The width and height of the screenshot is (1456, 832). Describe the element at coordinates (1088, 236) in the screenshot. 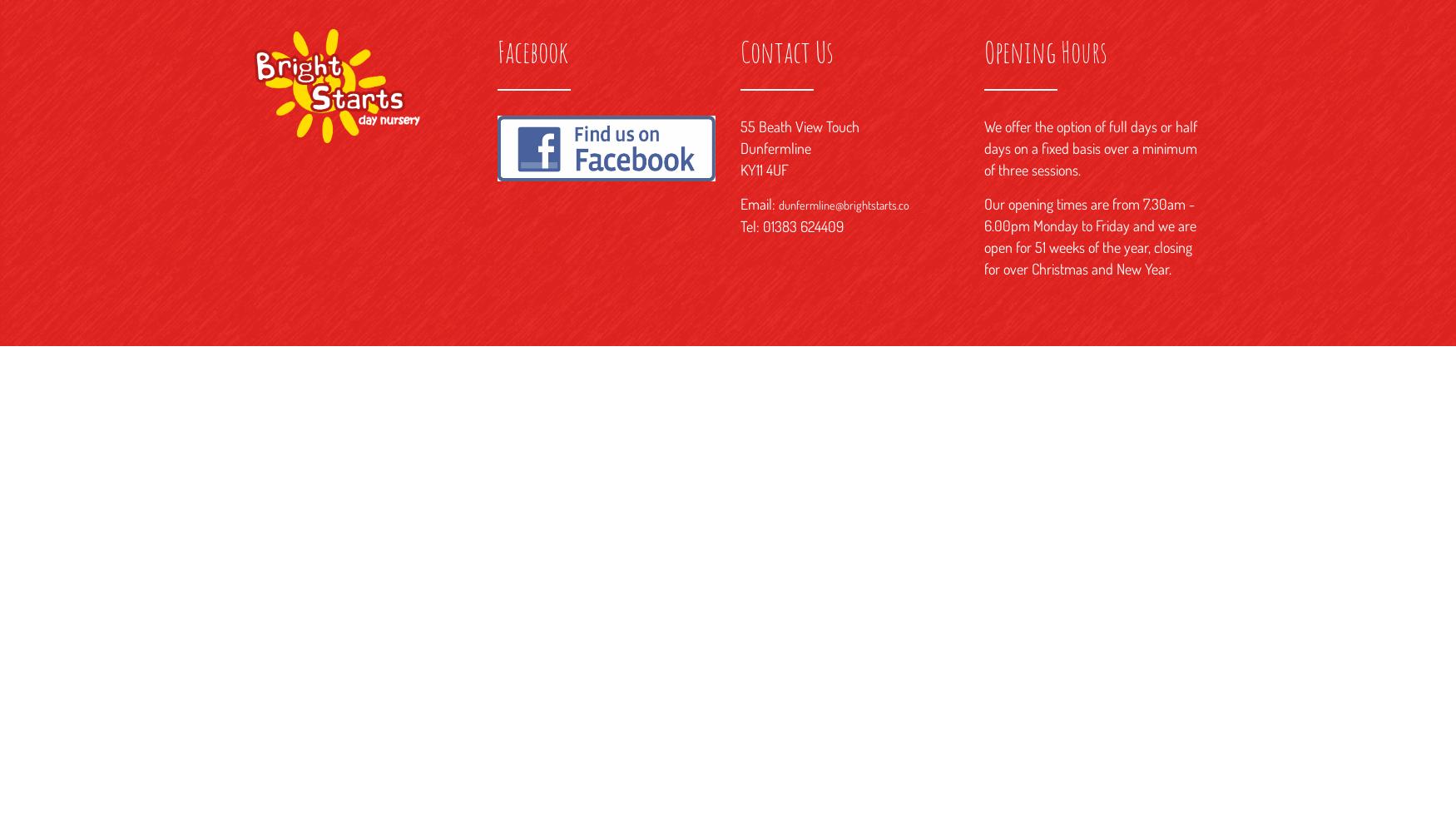

I see `'Our opening times are from 7.30am - 6.00pm Monday to Friday and we are open for 51 weeks of the year, closing for over Christmas and New Year.'` at that location.